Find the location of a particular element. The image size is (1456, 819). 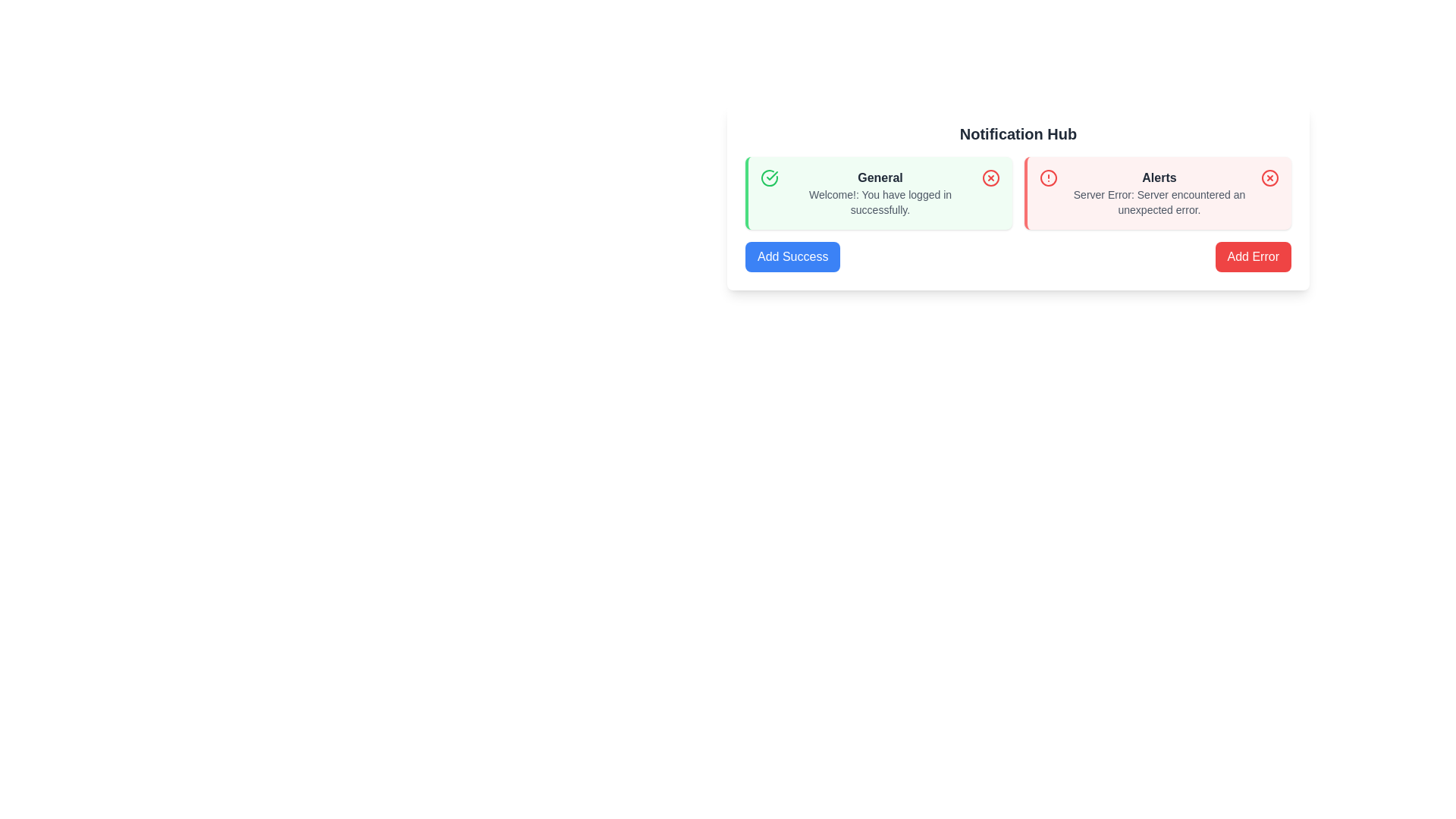

the grid layout containing notification cards, which includes a green section labeled 'General' with a success message and a pink section labeled 'Alerts' with an error message is located at coordinates (1018, 192).